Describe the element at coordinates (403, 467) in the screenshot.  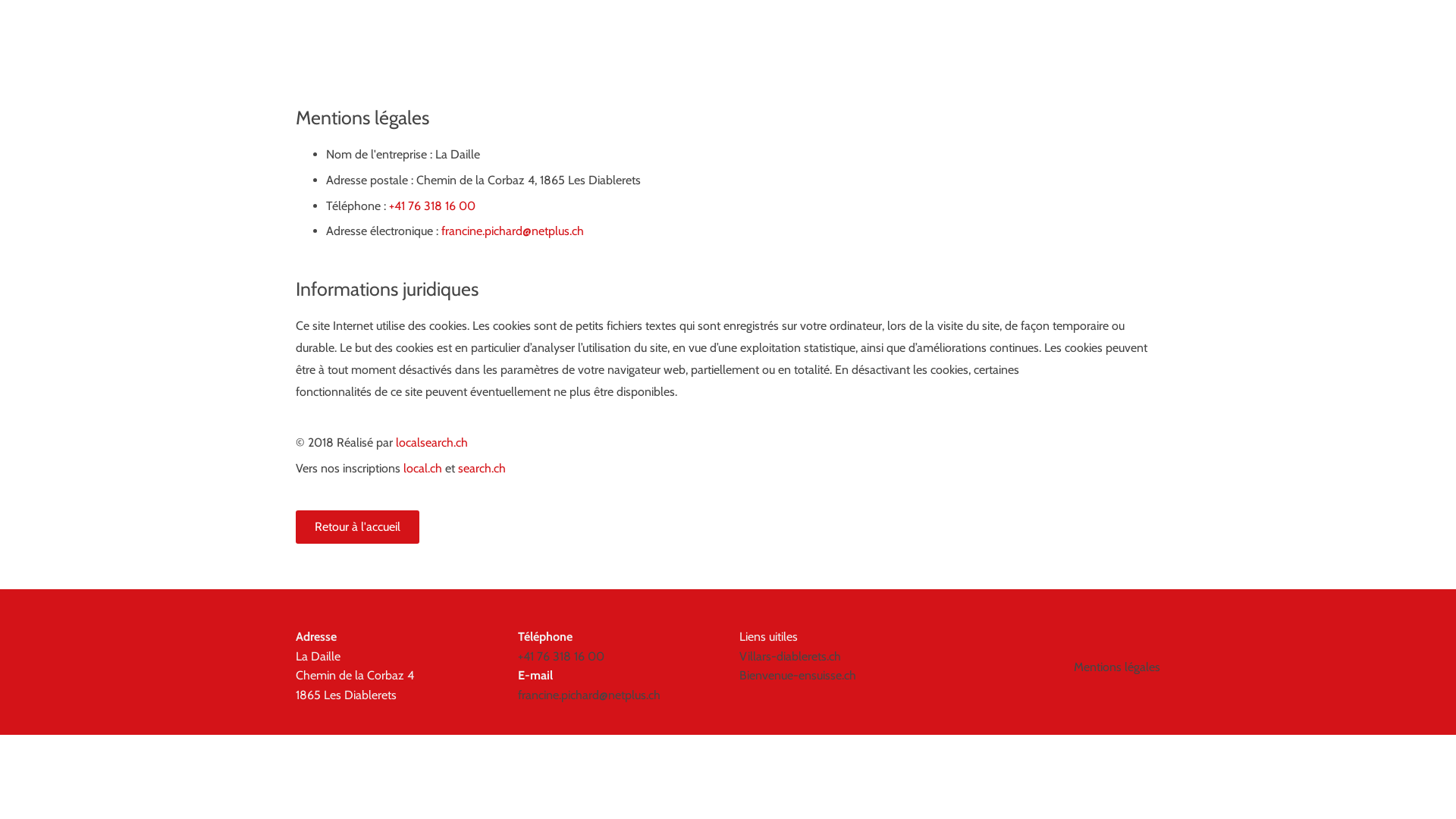
I see `'local.ch'` at that location.